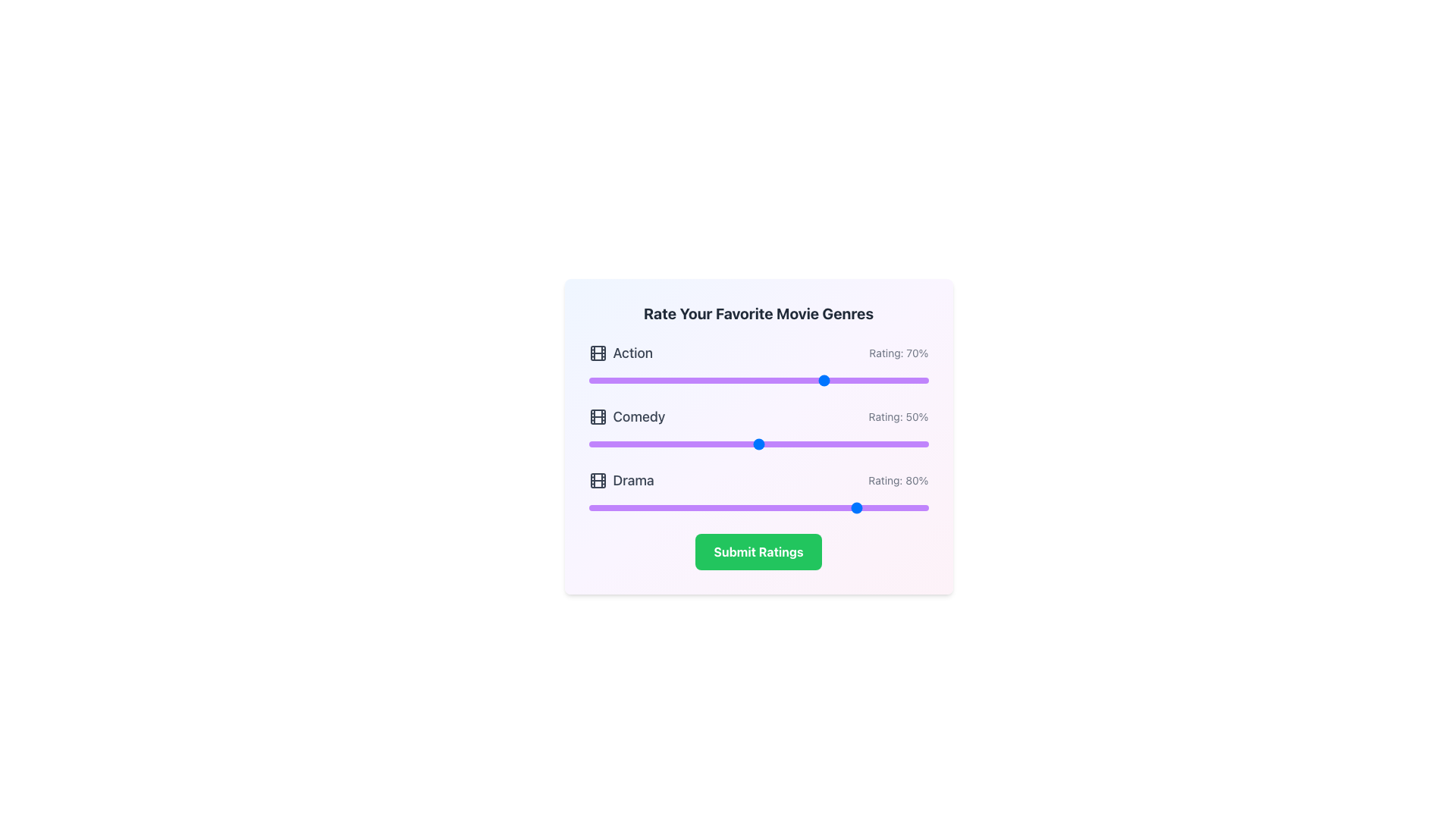 The width and height of the screenshot is (1456, 819). Describe the element at coordinates (597, 353) in the screenshot. I see `the film reel icon, which is dark gray and located to the left of the 'Action' text label in the vertical list of movie genres` at that location.